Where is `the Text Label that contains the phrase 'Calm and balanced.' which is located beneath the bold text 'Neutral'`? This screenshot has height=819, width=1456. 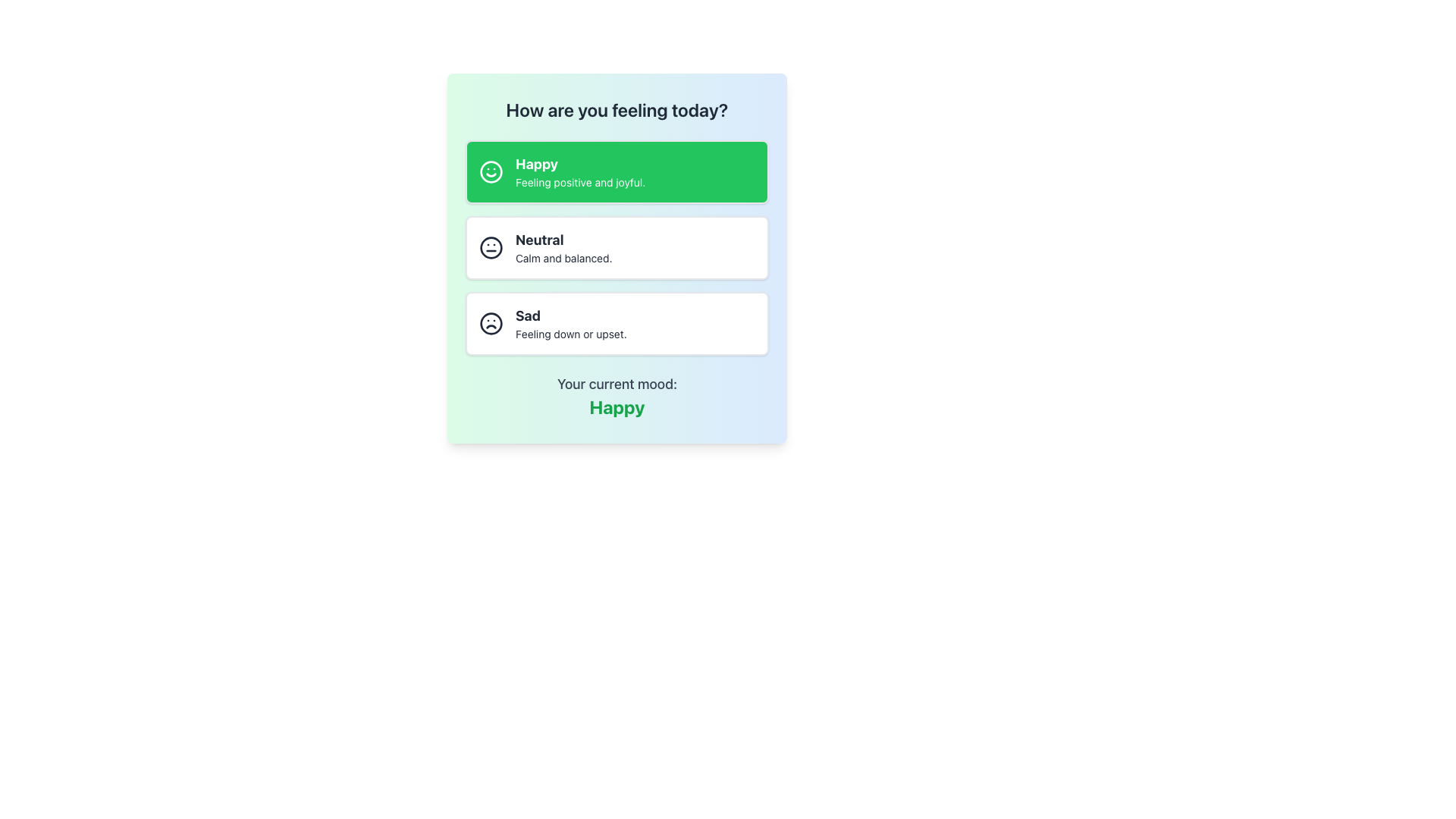
the Text Label that contains the phrase 'Calm and balanced.' which is located beneath the bold text 'Neutral' is located at coordinates (563, 257).